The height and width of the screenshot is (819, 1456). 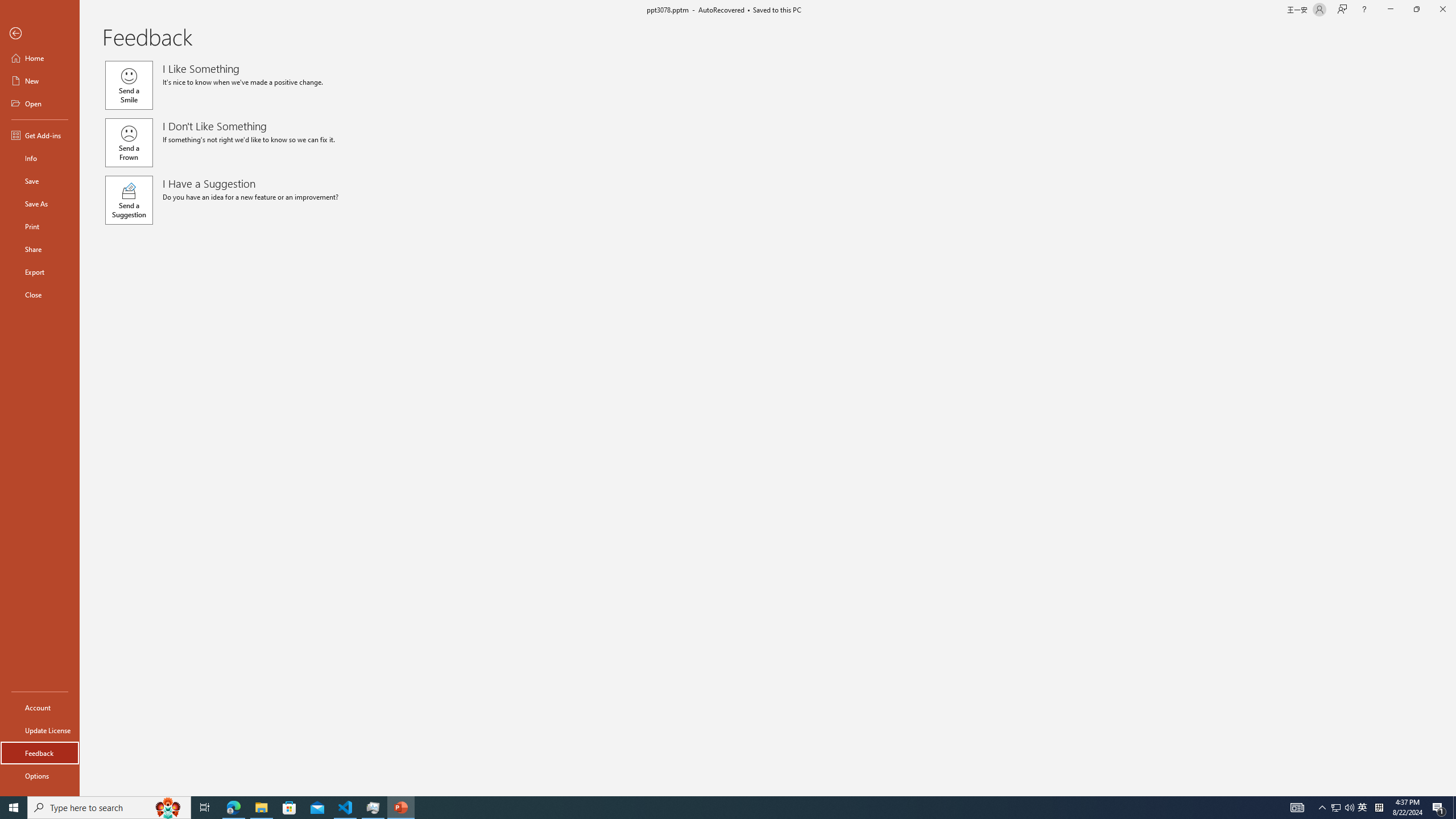 I want to click on 'Back', so click(x=39, y=33).